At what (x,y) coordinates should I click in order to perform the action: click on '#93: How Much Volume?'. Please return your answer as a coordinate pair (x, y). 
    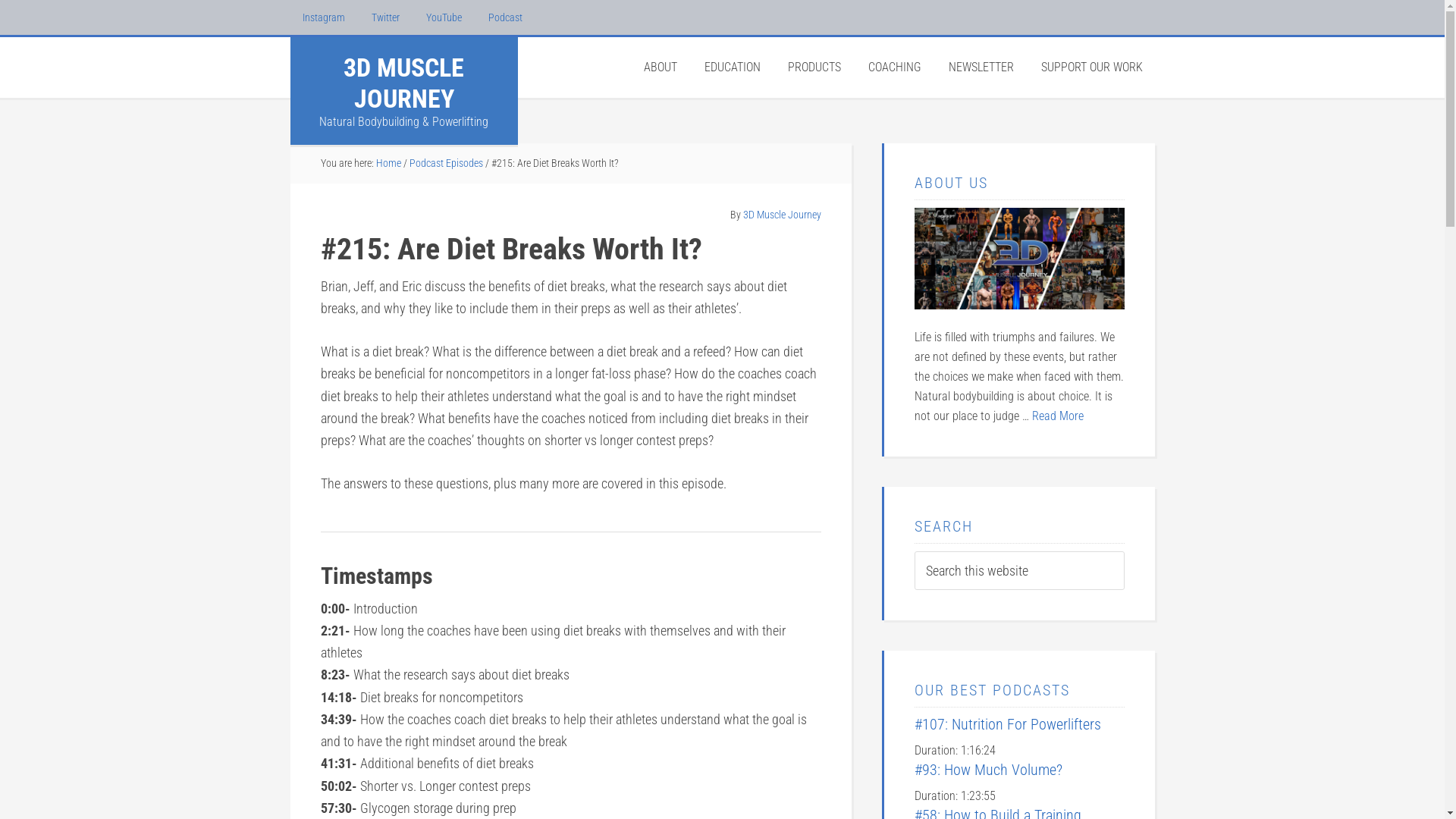
    Looking at the image, I should click on (913, 769).